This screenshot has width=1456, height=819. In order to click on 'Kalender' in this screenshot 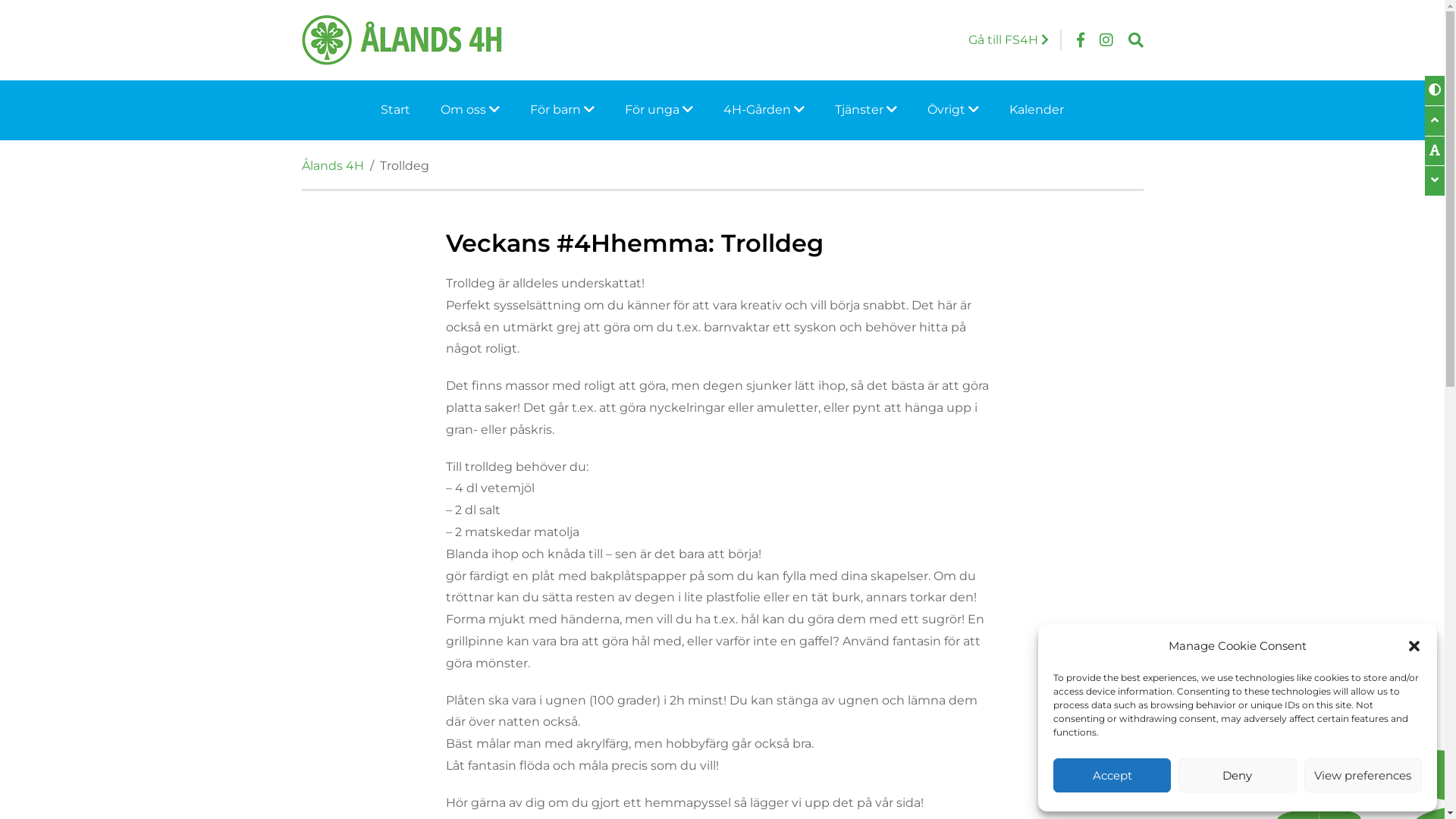, I will do `click(1036, 109)`.